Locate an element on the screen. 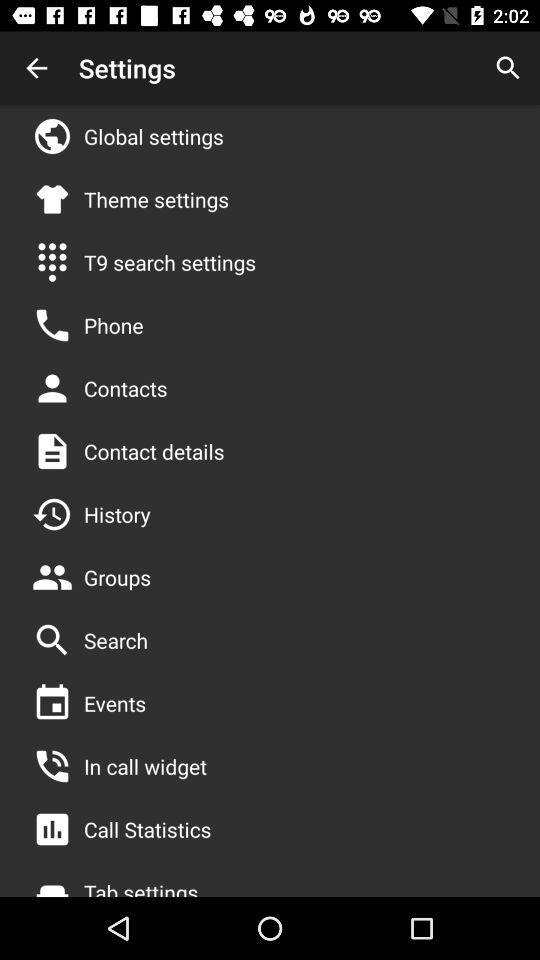 The width and height of the screenshot is (540, 960). phone item is located at coordinates (113, 325).